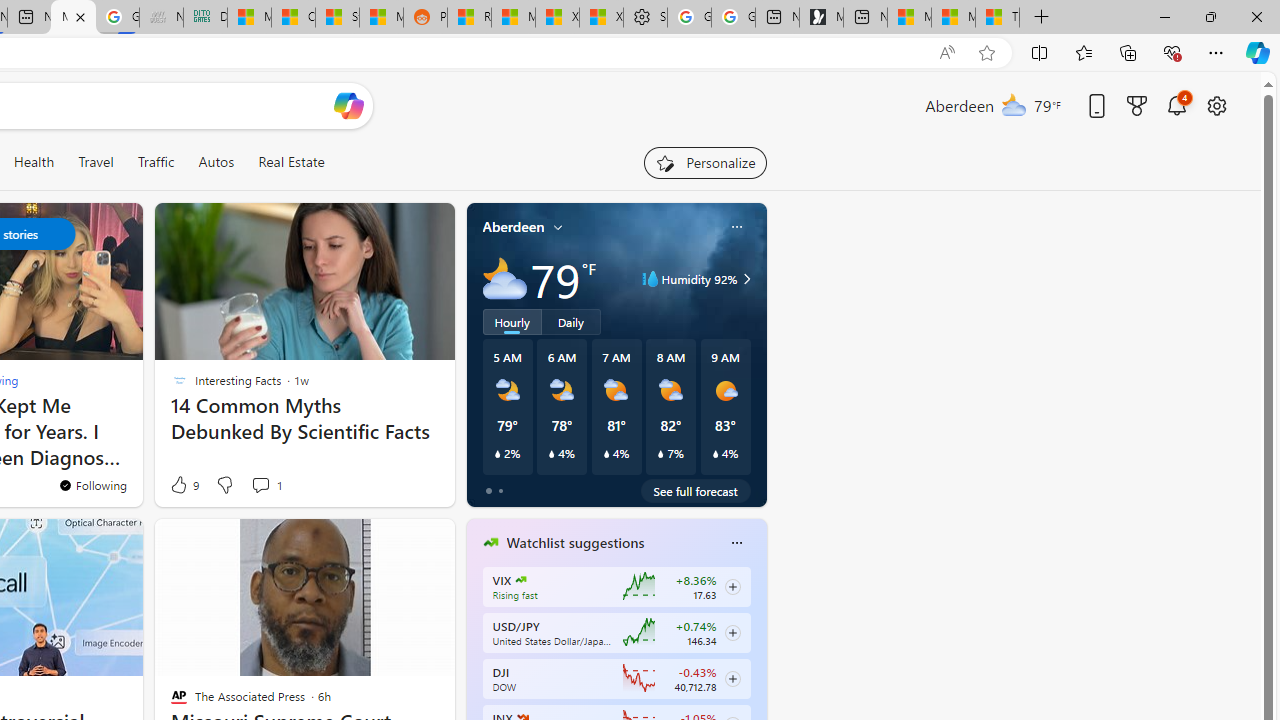 The height and width of the screenshot is (720, 1280). Describe the element at coordinates (265, 484) in the screenshot. I see `'View comments 1 Comment'` at that location.